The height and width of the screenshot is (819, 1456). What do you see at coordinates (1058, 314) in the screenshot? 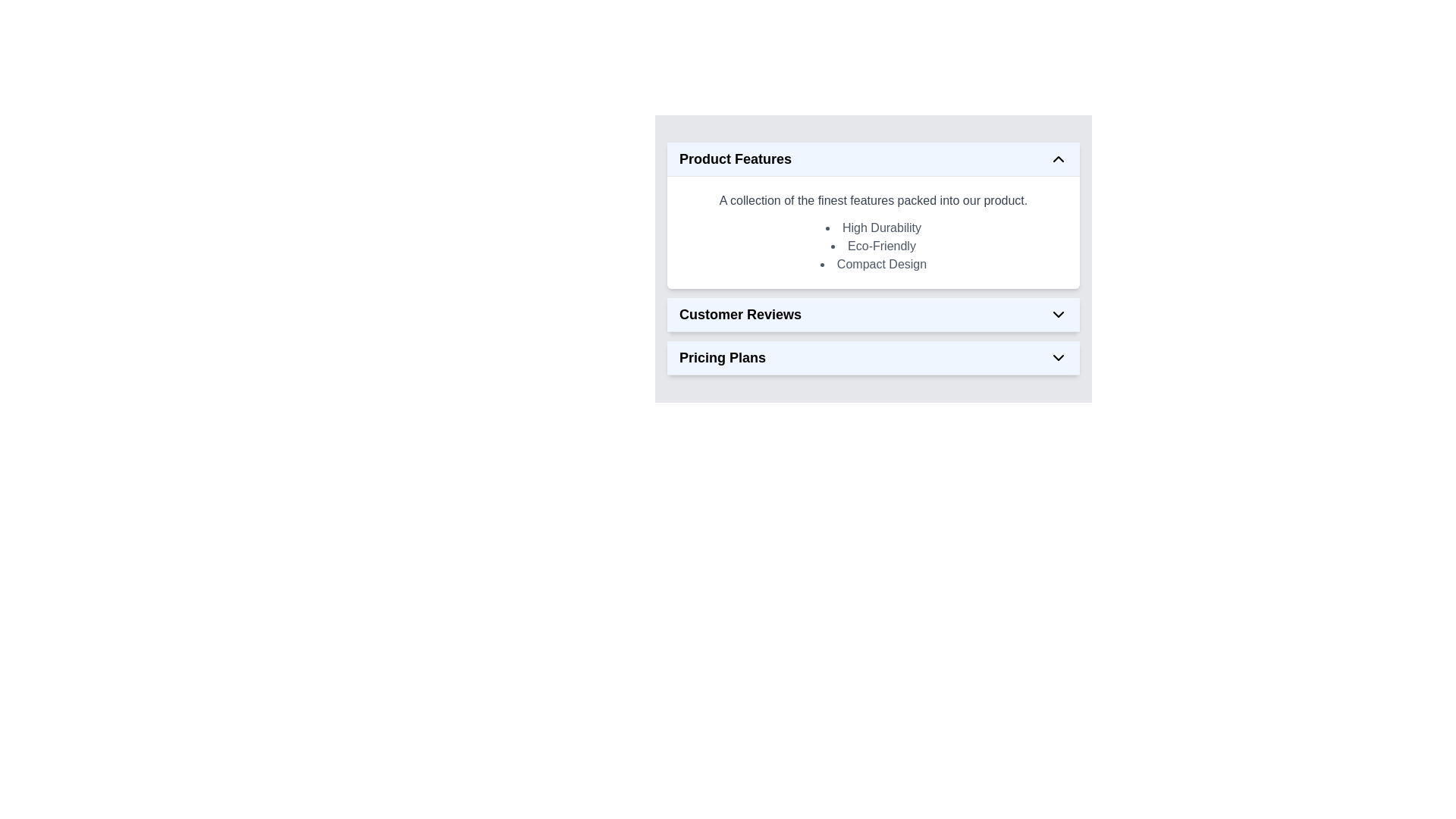
I see `the Chevron-Down icon located at the far right of the 'Customer Reviews' section` at bounding box center [1058, 314].